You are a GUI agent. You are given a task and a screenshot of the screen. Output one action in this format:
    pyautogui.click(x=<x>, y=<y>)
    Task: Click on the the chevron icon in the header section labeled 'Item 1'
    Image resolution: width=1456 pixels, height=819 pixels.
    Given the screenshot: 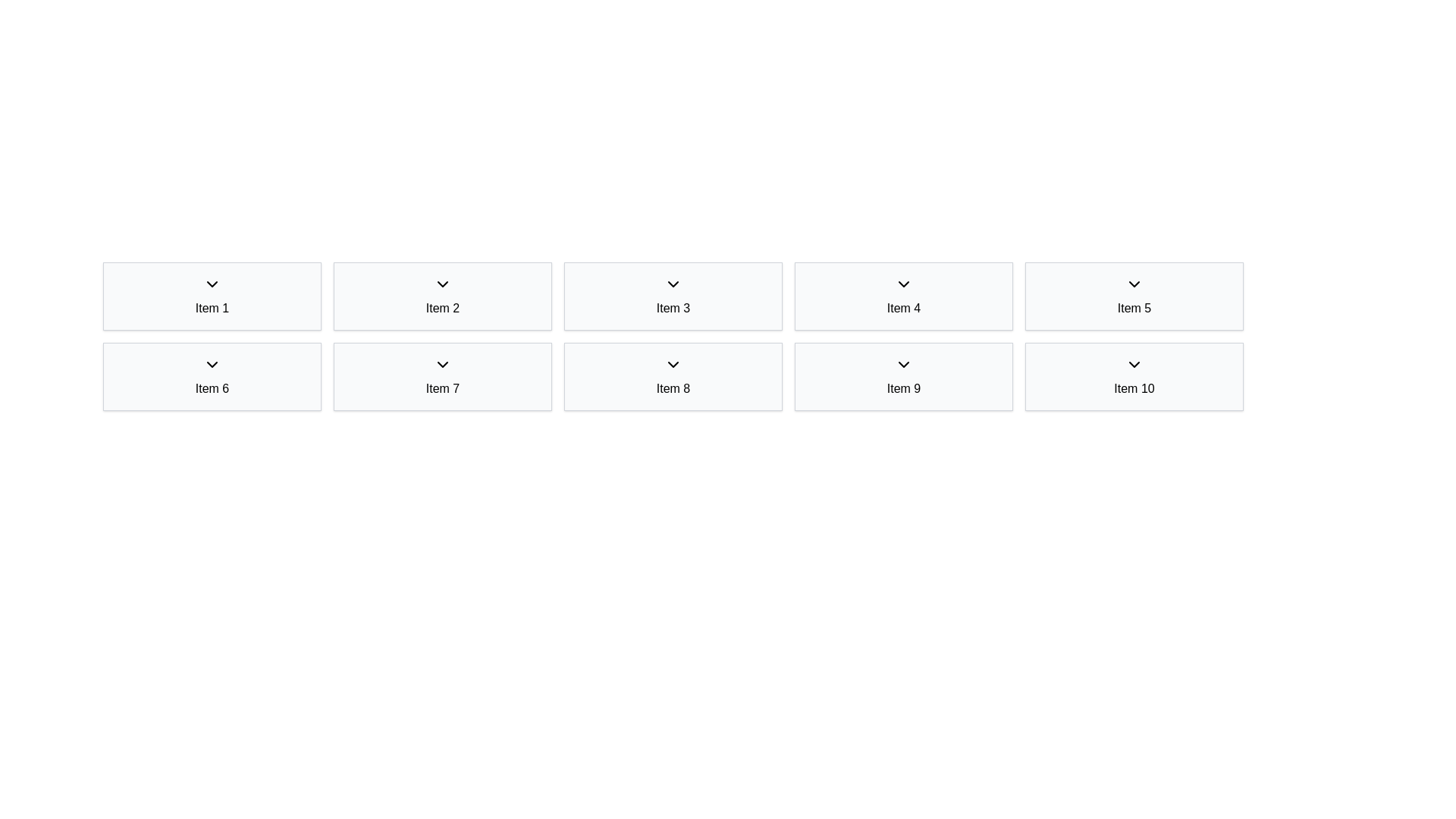 What is the action you would take?
    pyautogui.click(x=211, y=284)
    